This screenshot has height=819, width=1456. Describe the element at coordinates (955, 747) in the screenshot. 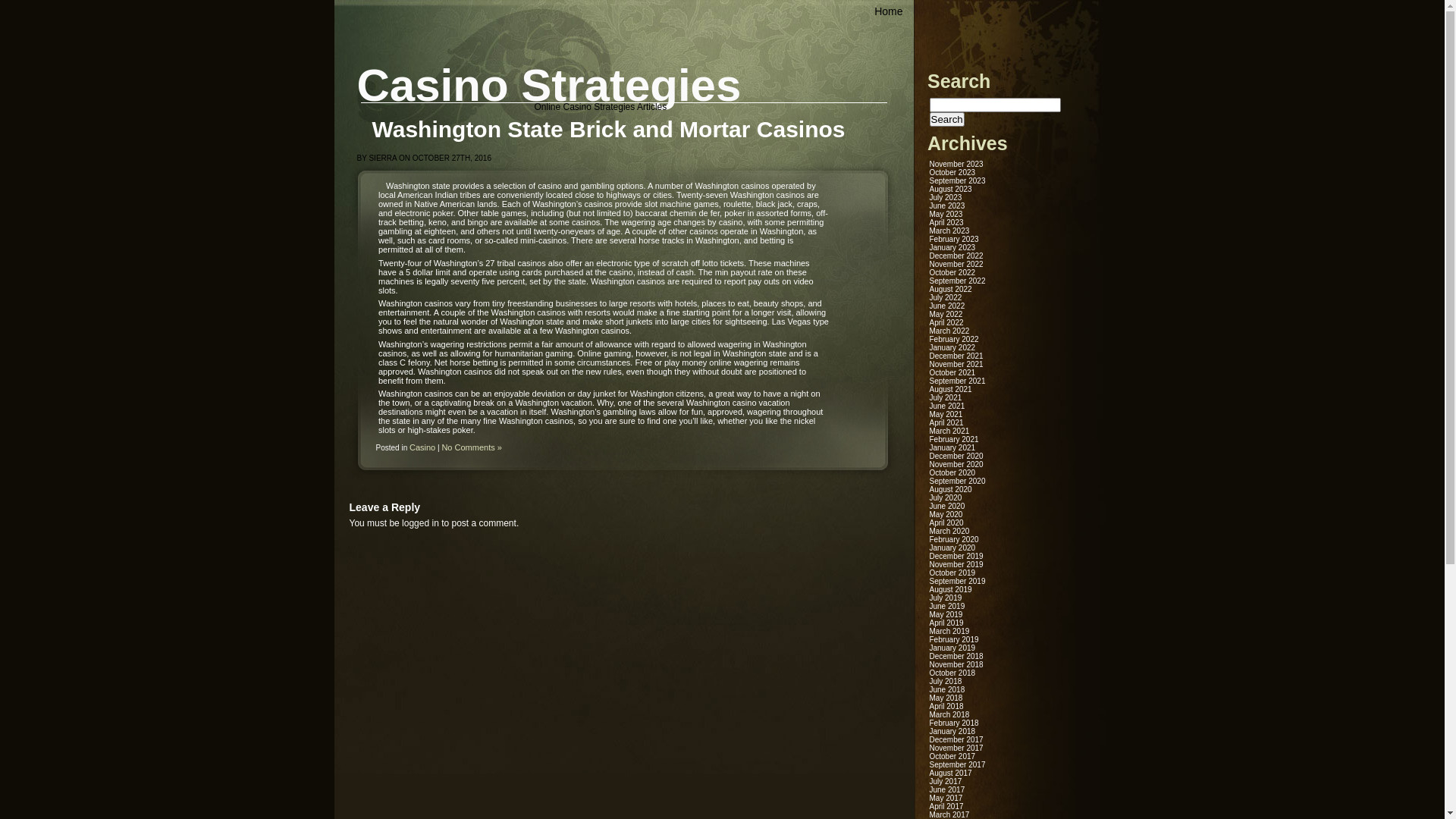

I see `'November 2017'` at that location.